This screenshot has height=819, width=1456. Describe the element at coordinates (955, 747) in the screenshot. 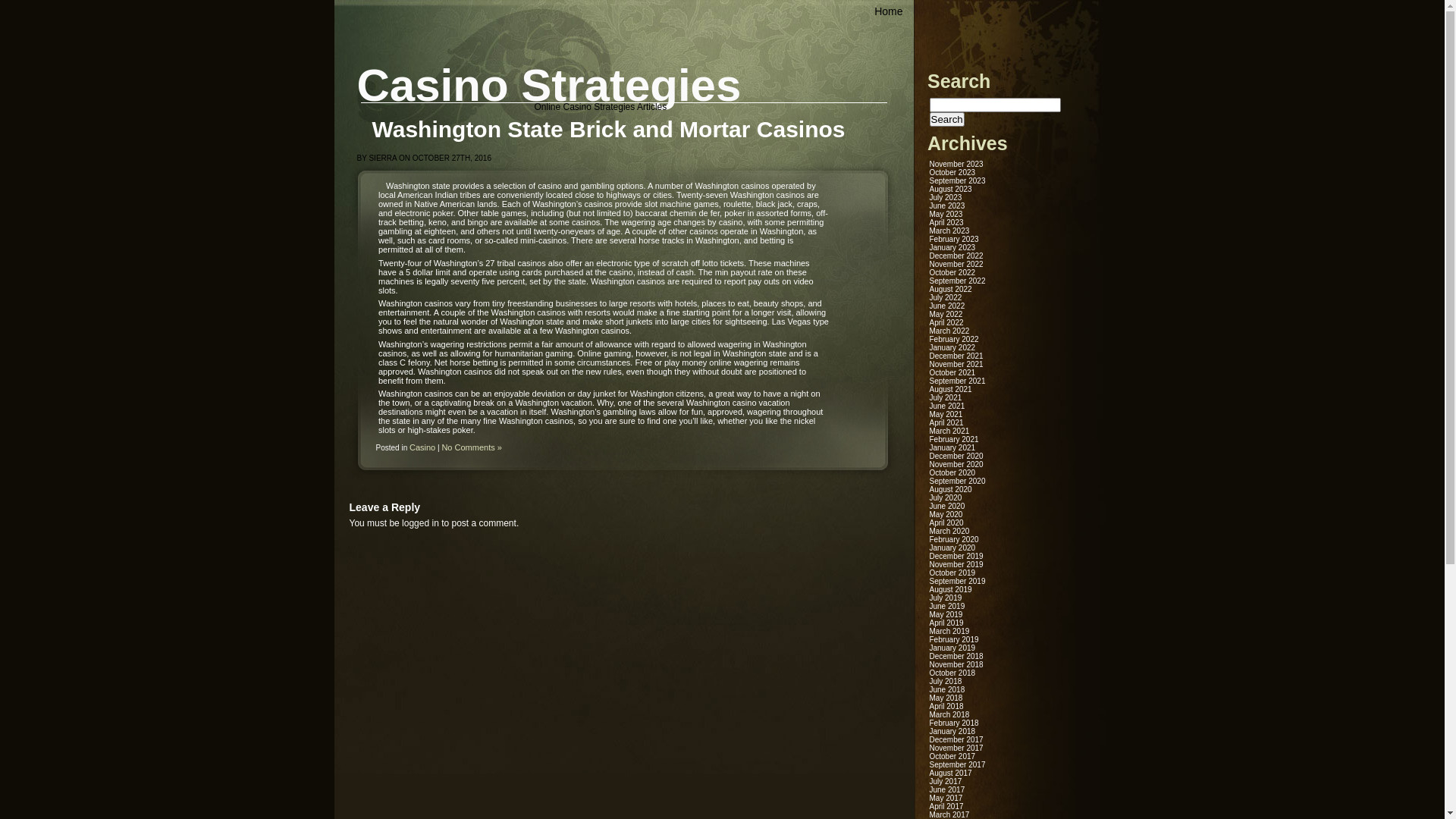

I see `'November 2017'` at that location.